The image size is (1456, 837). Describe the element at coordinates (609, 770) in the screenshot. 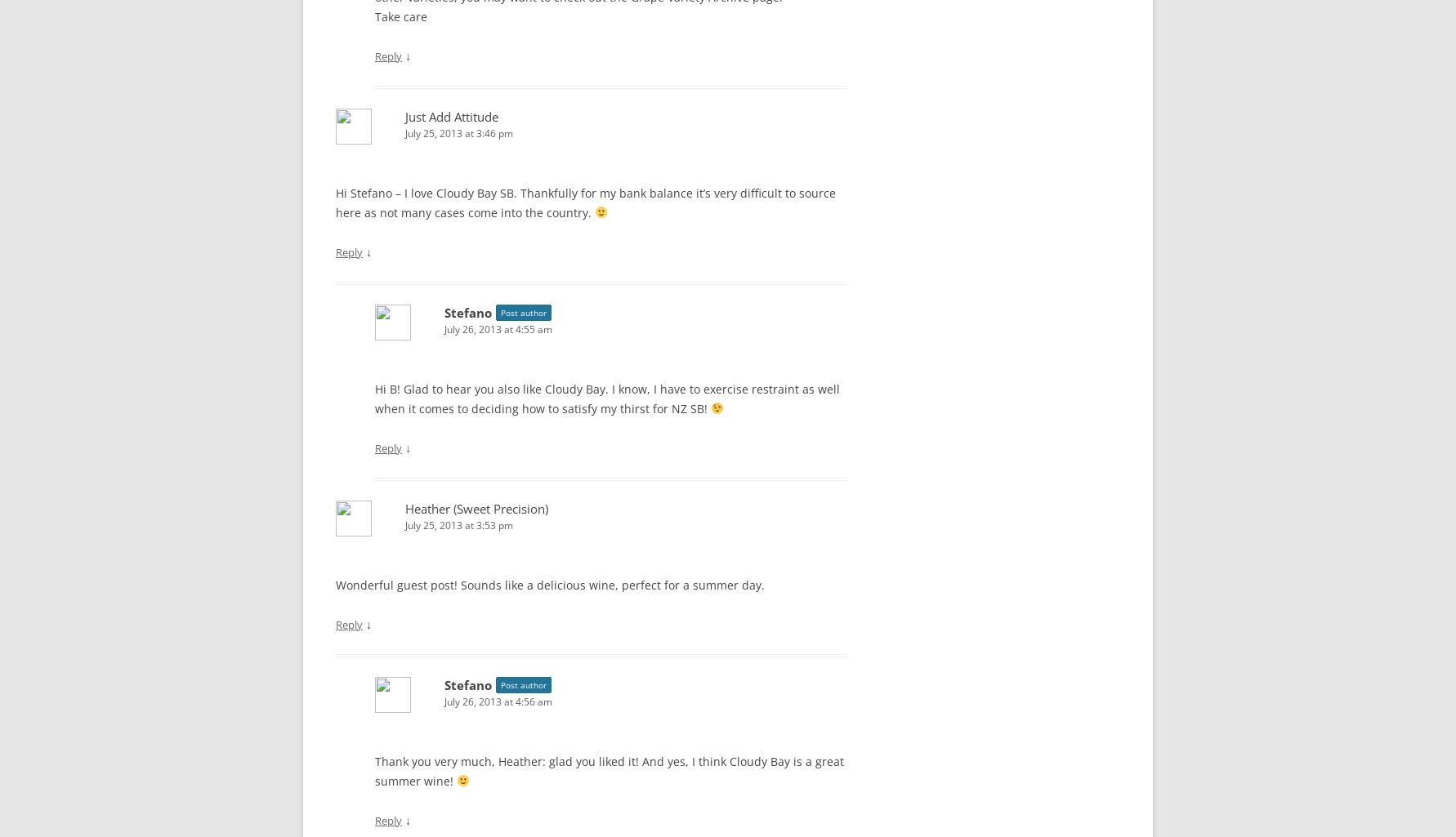

I see `'Thank you very much, Heather: glad you liked it! And yes, I think Cloudy Bay is a great summer wine!'` at that location.